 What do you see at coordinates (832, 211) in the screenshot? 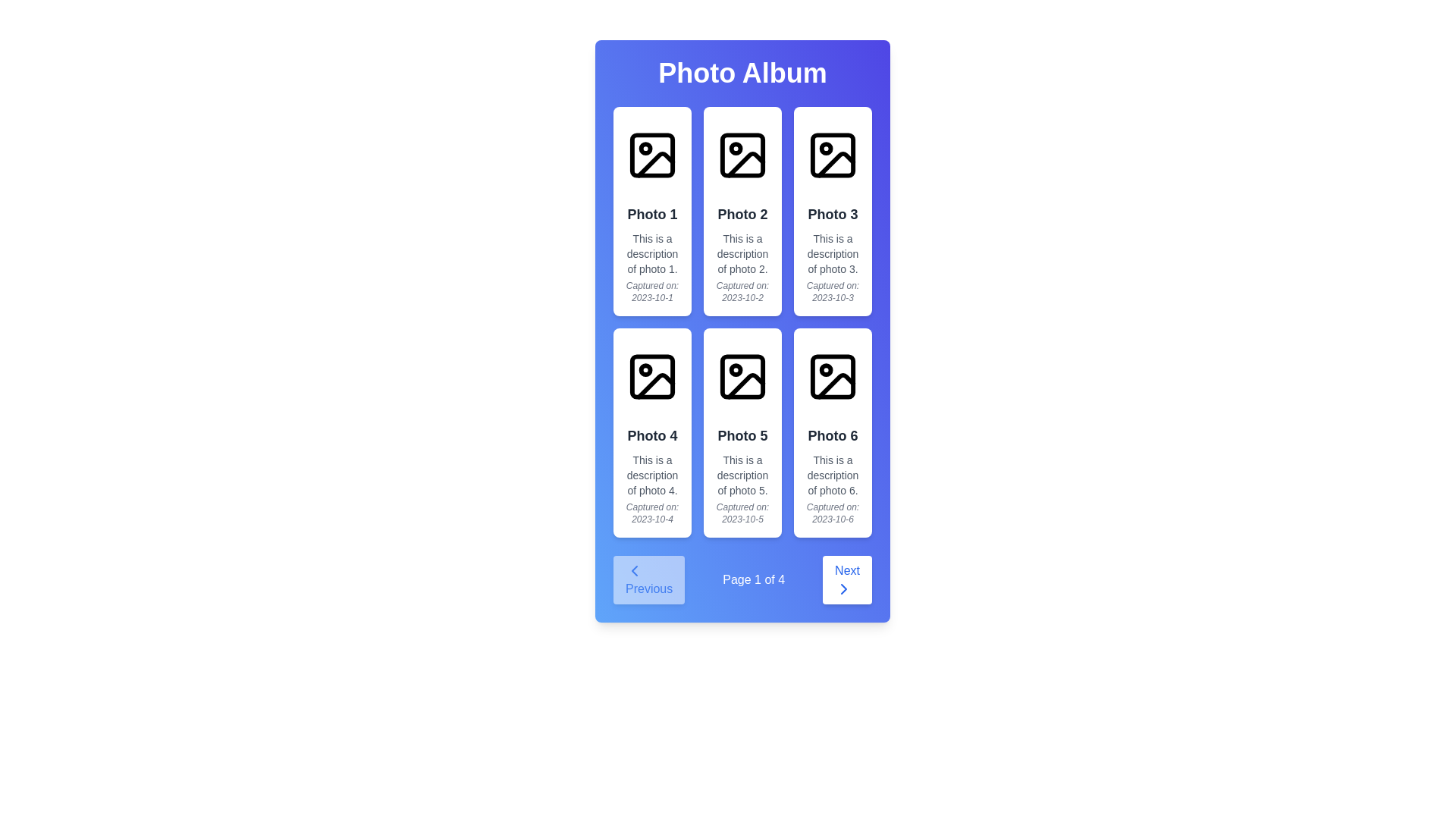
I see `the card titled 'Photo 3' in the top-right position of the 3x2 grid` at bounding box center [832, 211].